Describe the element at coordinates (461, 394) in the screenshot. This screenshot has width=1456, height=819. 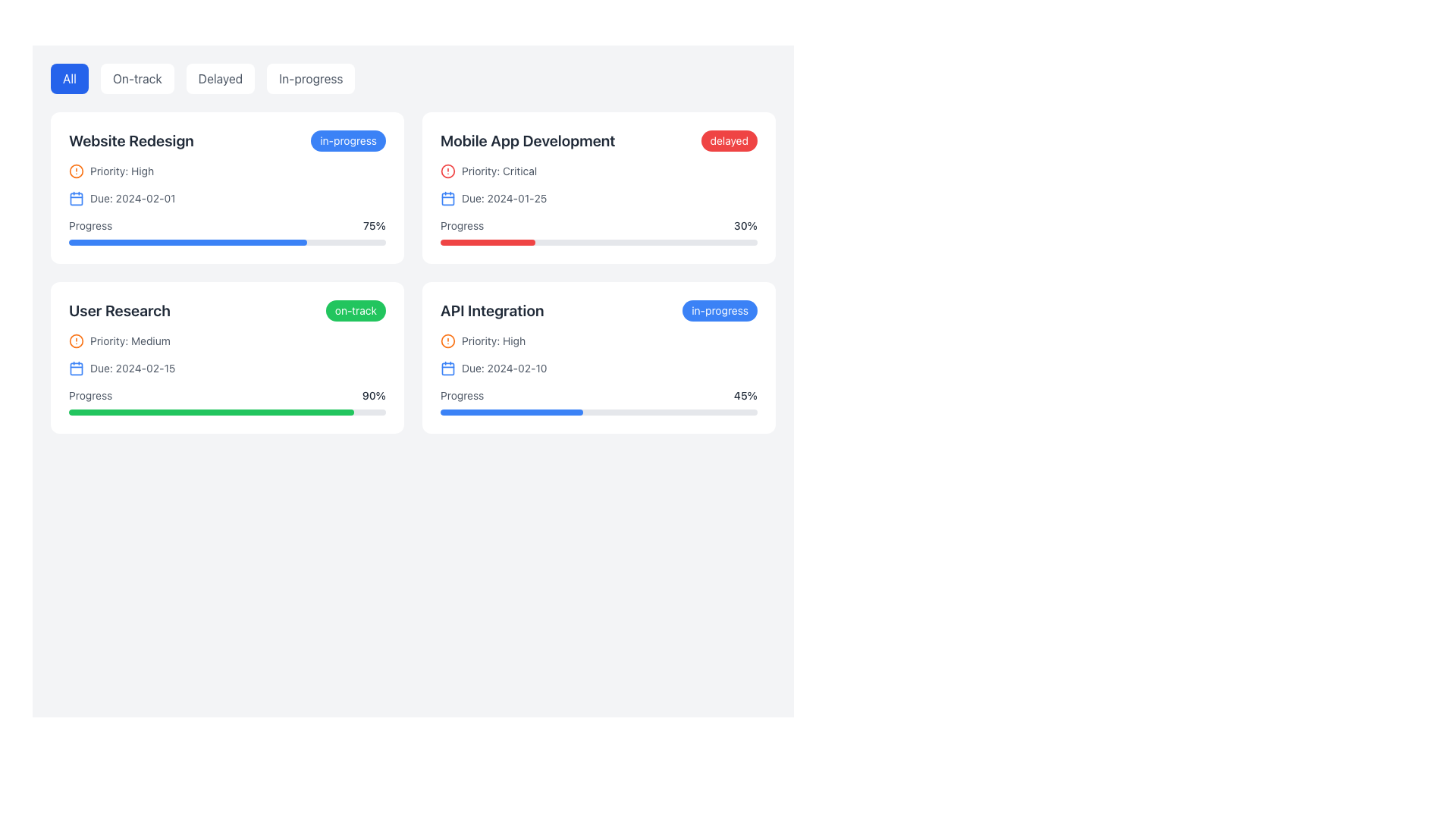
I see `the static text label that describes the associated progress percentage for the 'API Integration' task` at that location.